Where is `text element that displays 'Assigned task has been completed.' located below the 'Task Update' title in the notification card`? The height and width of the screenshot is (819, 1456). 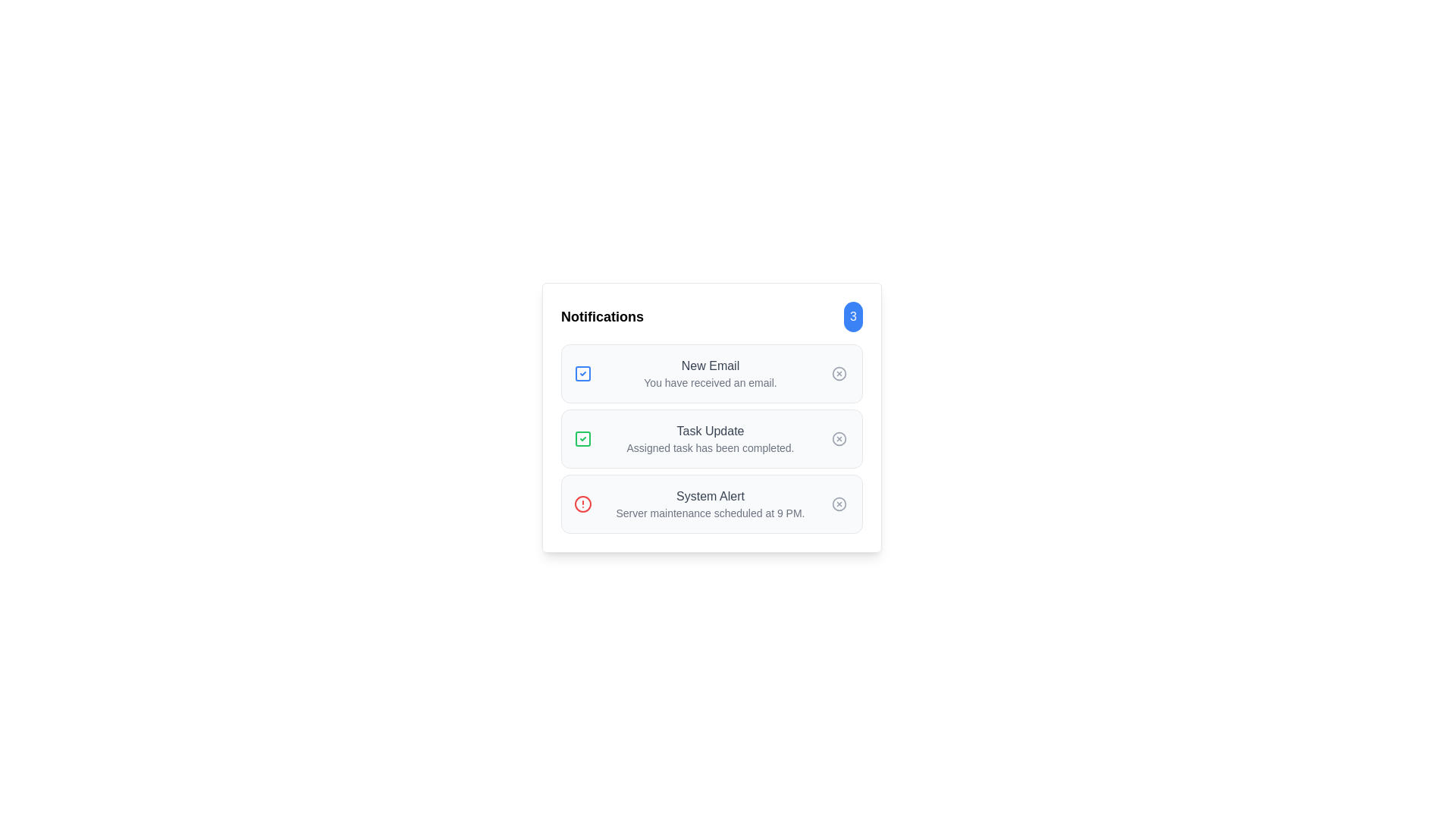 text element that displays 'Assigned task has been completed.' located below the 'Task Update' title in the notification card is located at coordinates (709, 447).